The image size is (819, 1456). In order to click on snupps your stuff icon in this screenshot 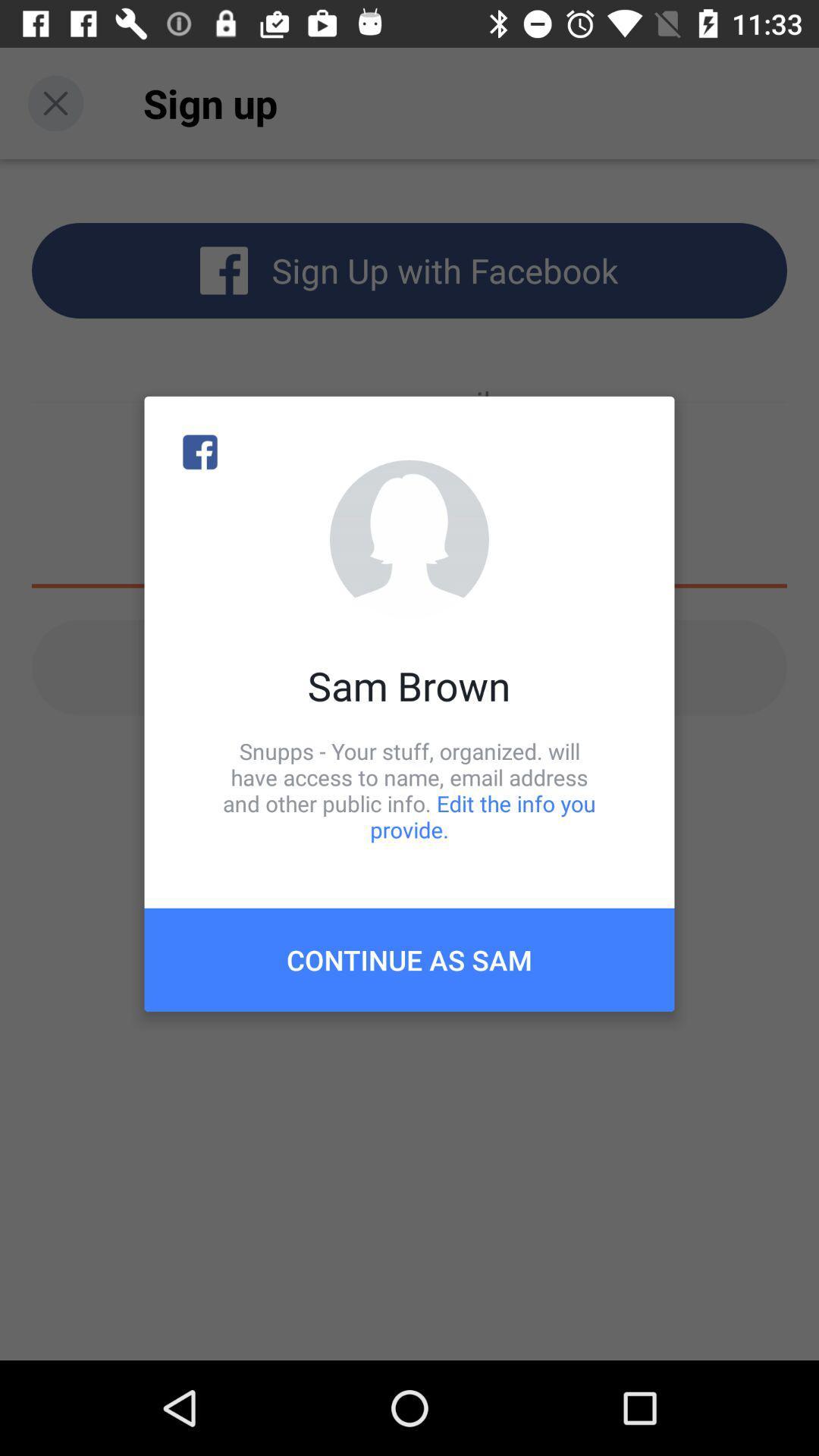, I will do `click(409, 789)`.